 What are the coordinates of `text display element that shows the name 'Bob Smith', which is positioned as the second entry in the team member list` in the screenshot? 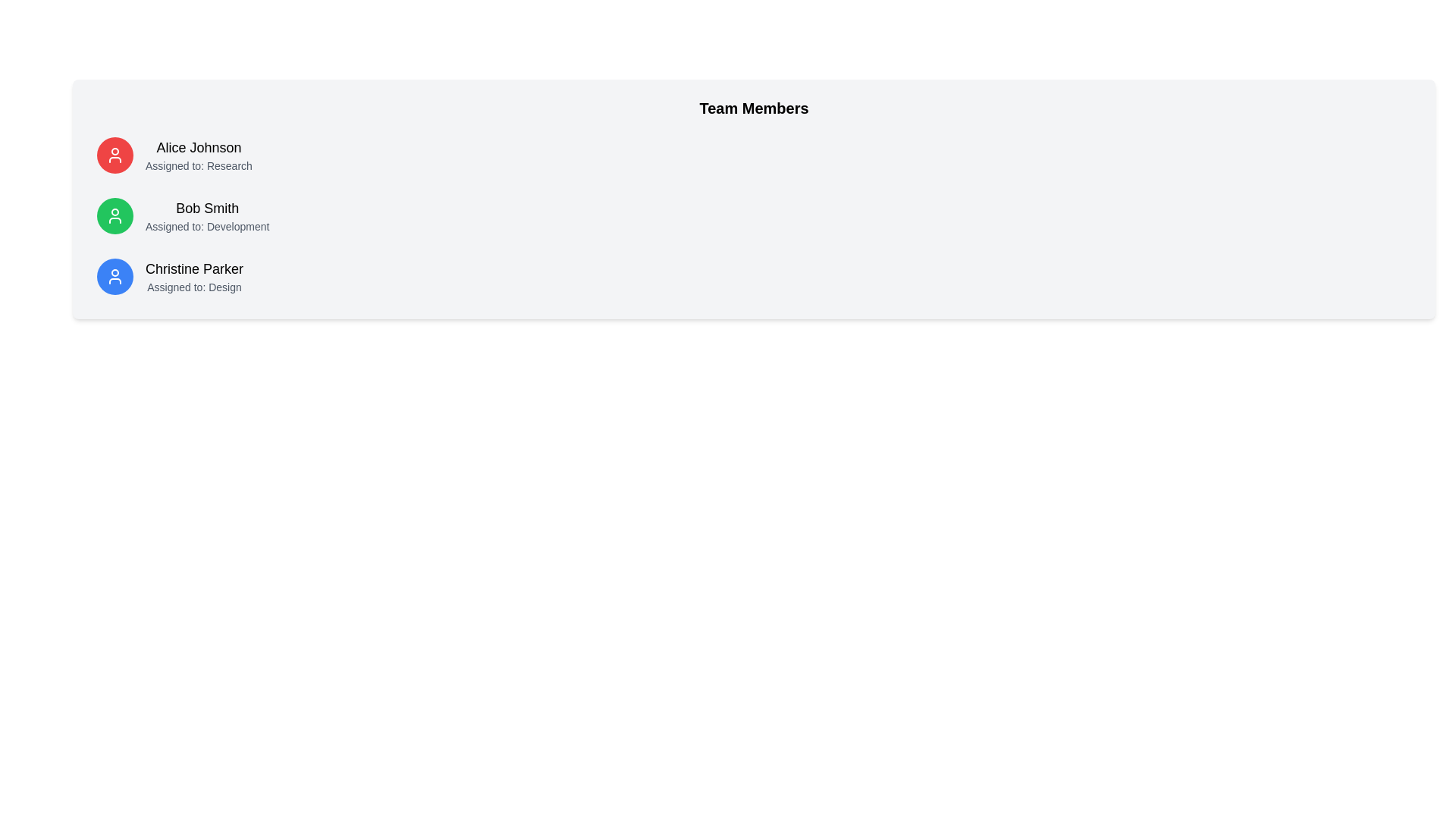 It's located at (206, 208).